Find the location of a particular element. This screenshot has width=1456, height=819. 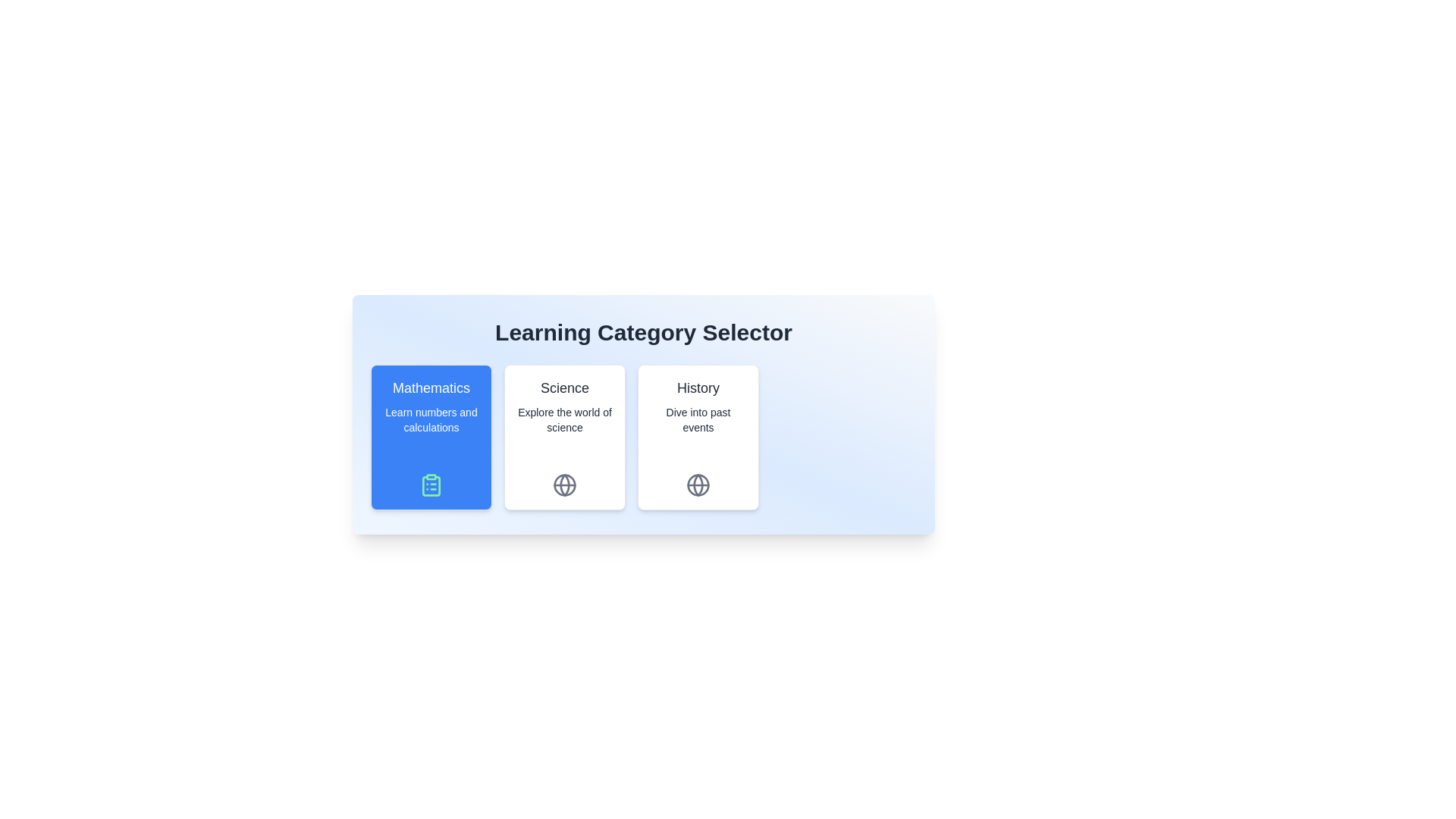

the chip corresponding to History is located at coordinates (698, 438).